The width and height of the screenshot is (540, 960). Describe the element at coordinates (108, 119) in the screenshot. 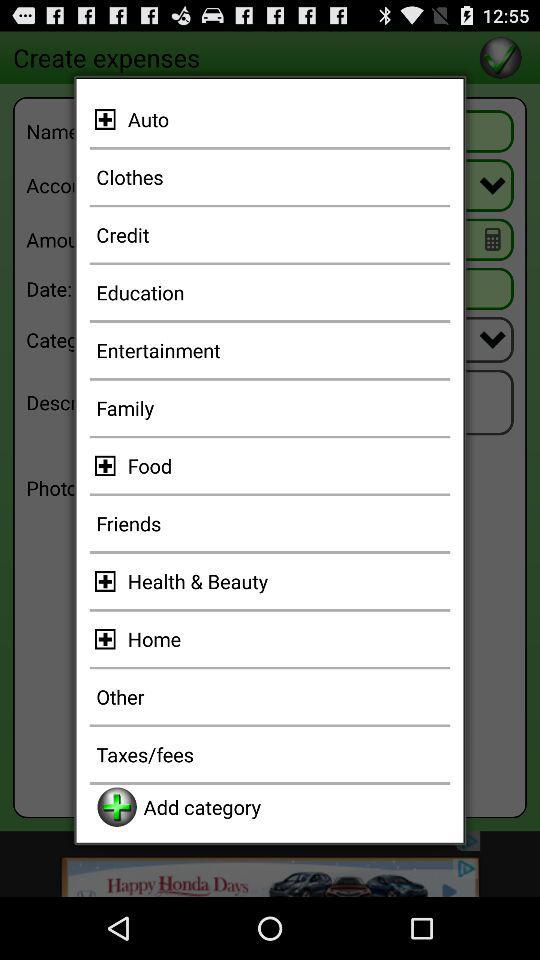

I see `less options` at that location.